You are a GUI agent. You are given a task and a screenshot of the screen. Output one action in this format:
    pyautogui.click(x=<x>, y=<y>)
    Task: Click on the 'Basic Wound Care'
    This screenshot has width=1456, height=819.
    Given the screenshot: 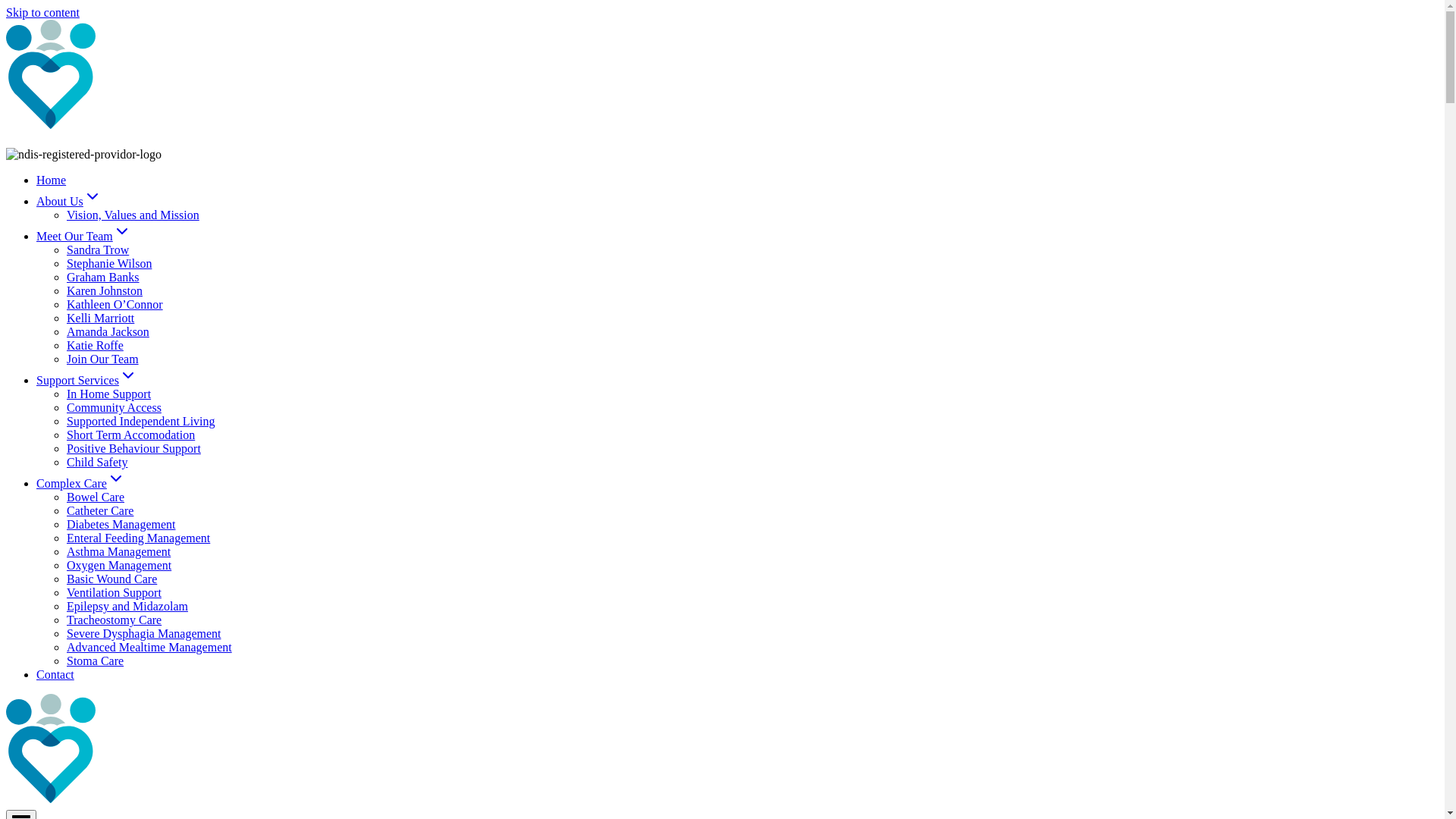 What is the action you would take?
    pyautogui.click(x=65, y=579)
    